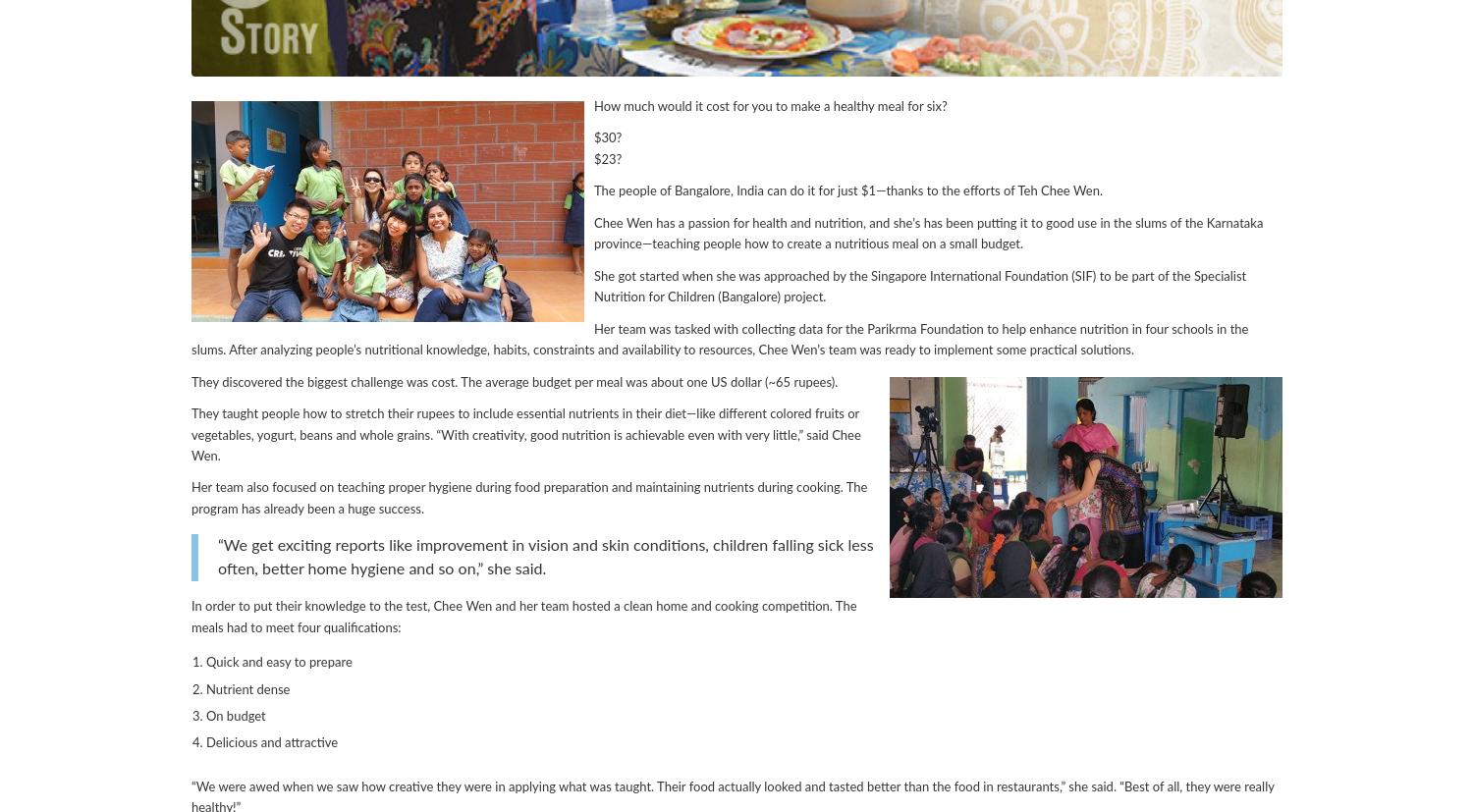 The image size is (1473, 812). I want to click on '“We get exciting reports like improvement in vision and skin conditions, children falling sick less often, better home hygiene and so on,” she said.', so click(545, 556).